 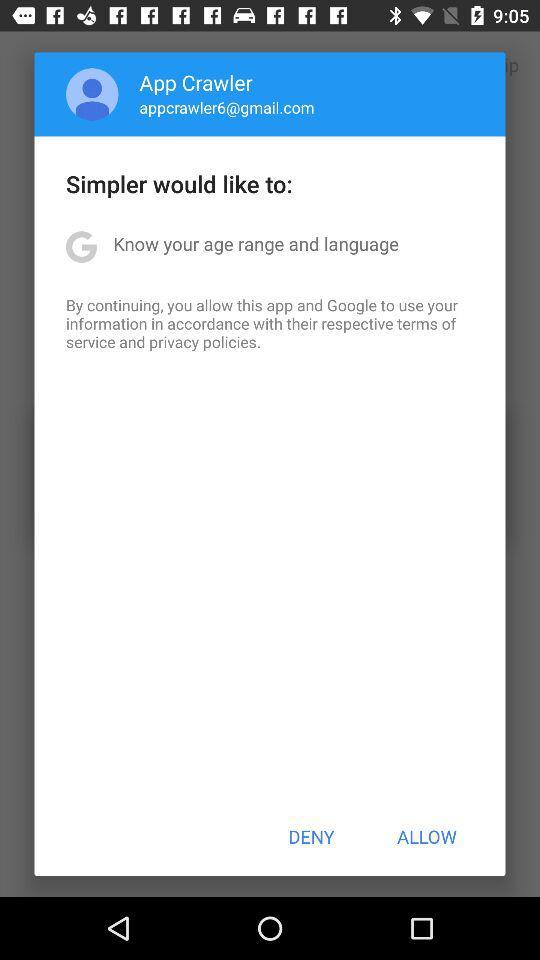 I want to click on app crawler item, so click(x=196, y=82).